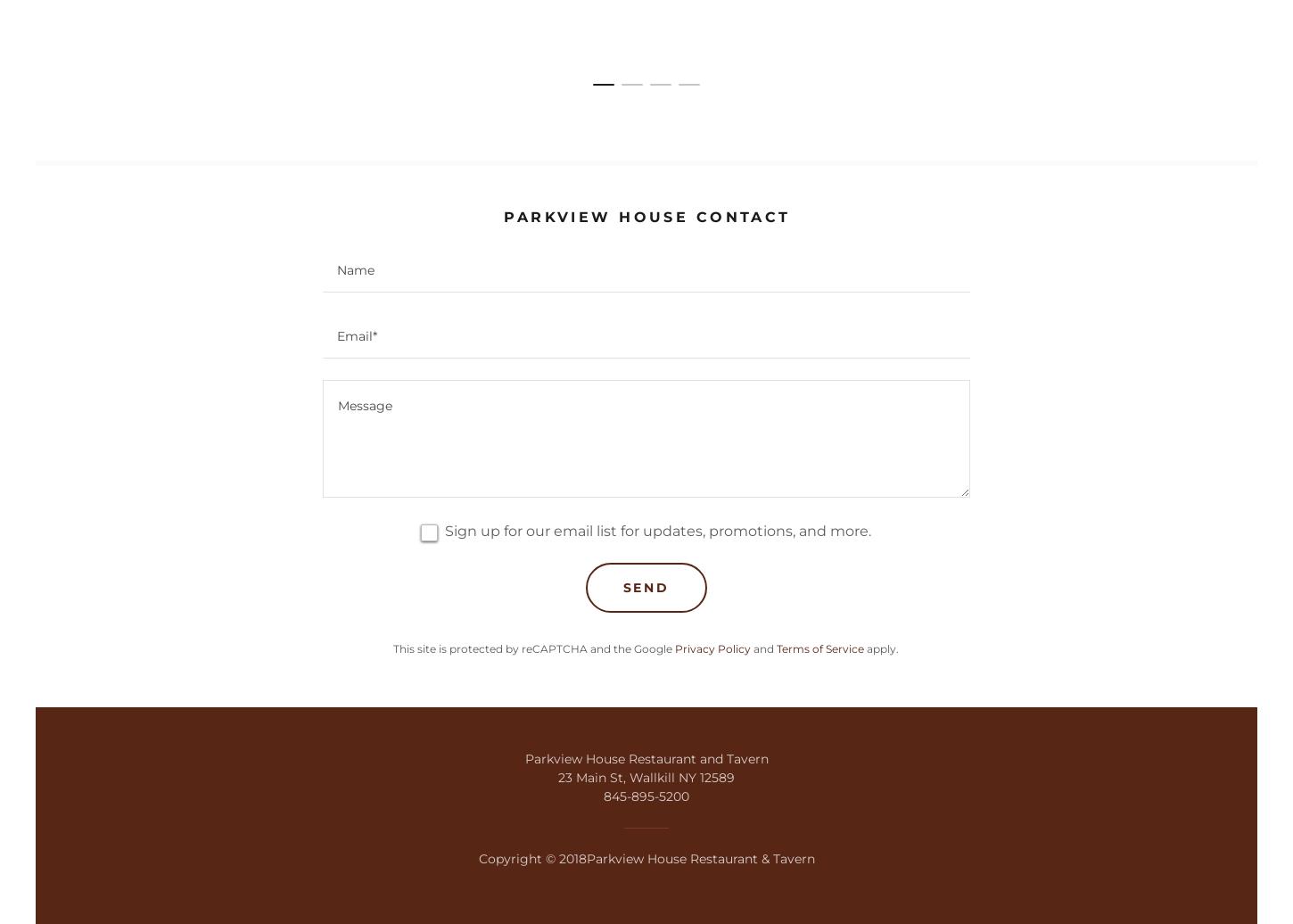  What do you see at coordinates (645, 858) in the screenshot?
I see `'Copyright © 2018Parkview House Restaurant & Tavern'` at bounding box center [645, 858].